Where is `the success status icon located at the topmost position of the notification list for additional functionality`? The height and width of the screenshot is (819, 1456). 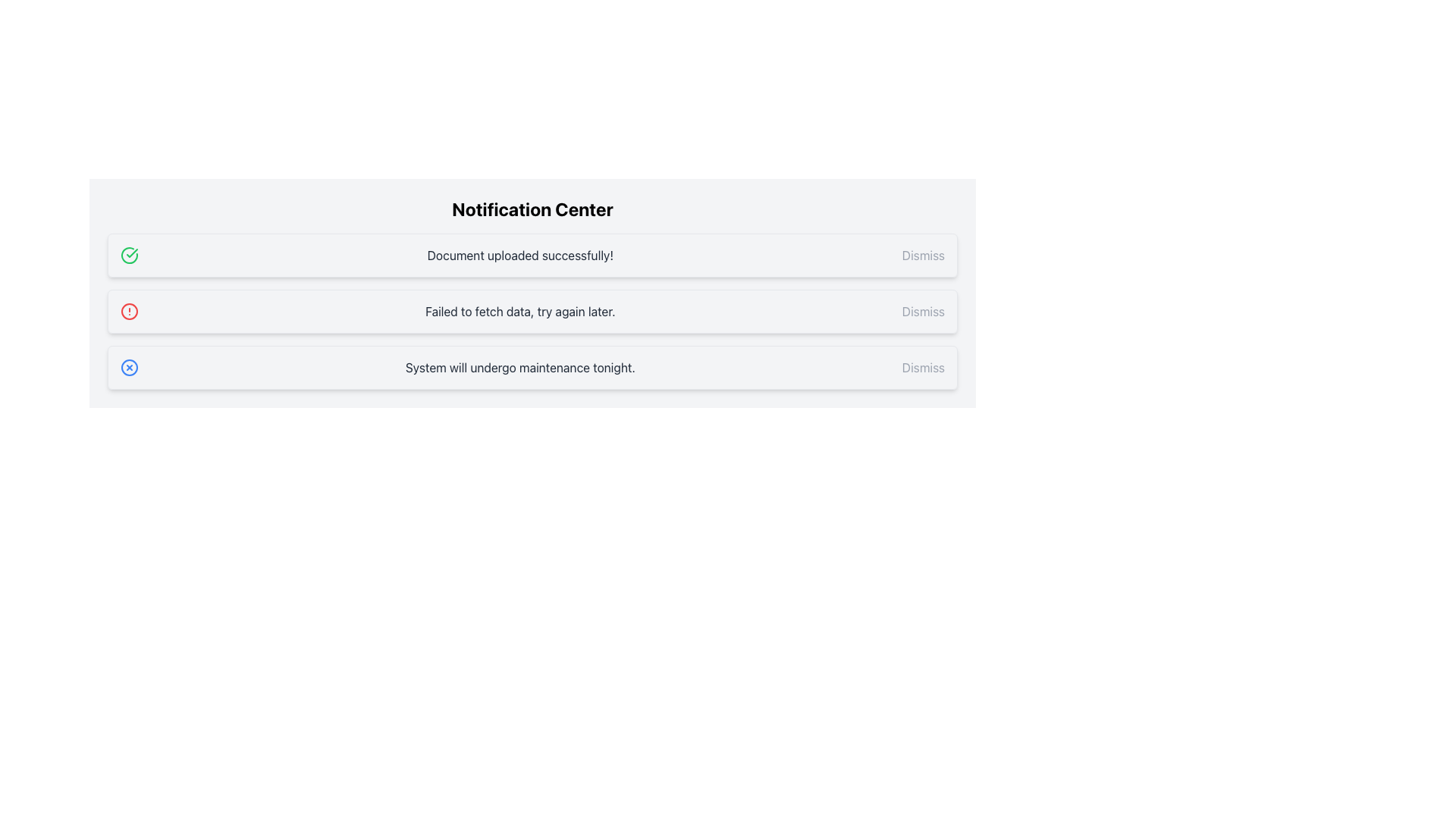 the success status icon located at the topmost position of the notification list for additional functionality is located at coordinates (132, 253).